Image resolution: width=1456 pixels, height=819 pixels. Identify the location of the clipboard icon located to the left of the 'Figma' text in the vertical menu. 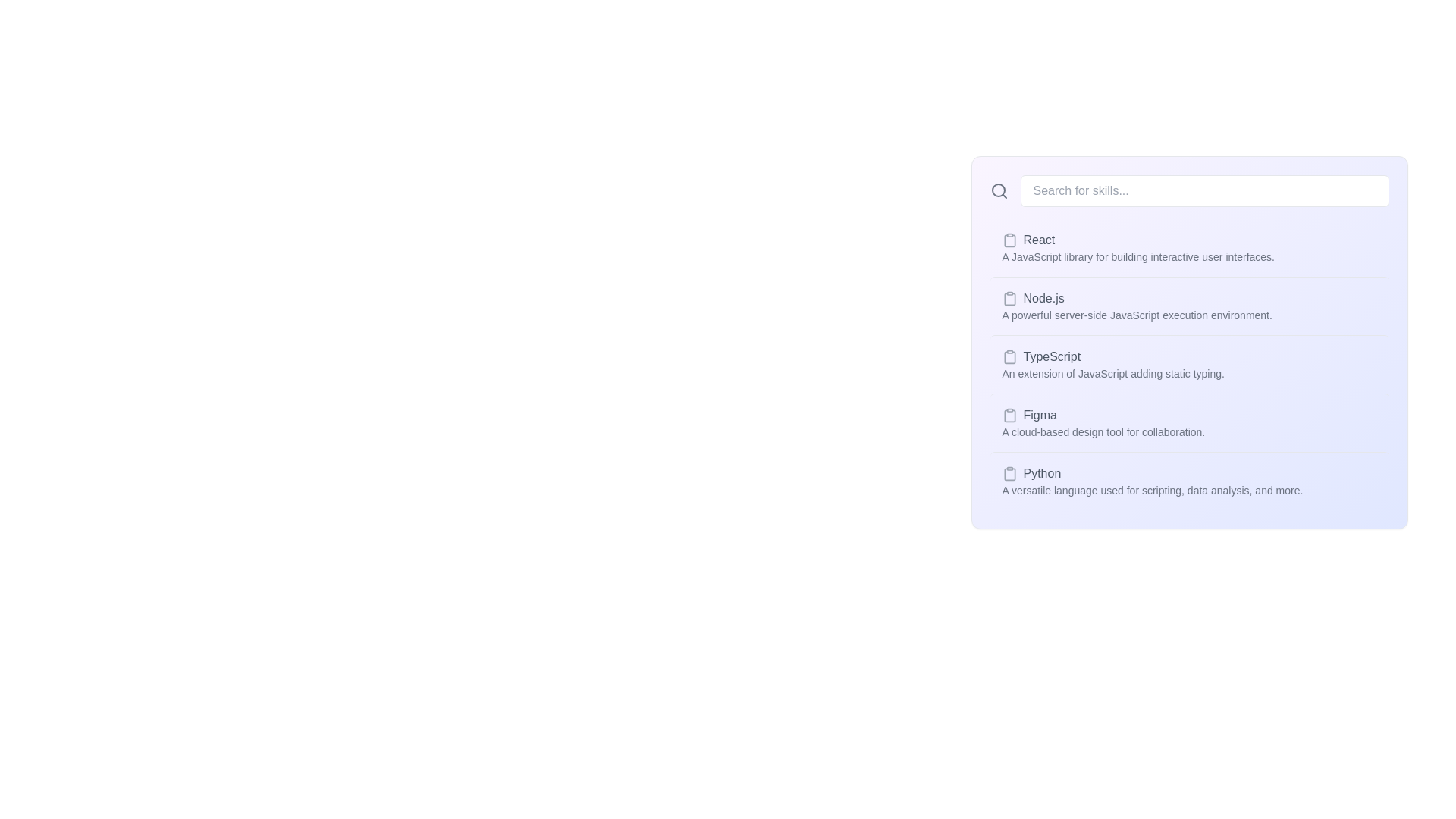
(1009, 415).